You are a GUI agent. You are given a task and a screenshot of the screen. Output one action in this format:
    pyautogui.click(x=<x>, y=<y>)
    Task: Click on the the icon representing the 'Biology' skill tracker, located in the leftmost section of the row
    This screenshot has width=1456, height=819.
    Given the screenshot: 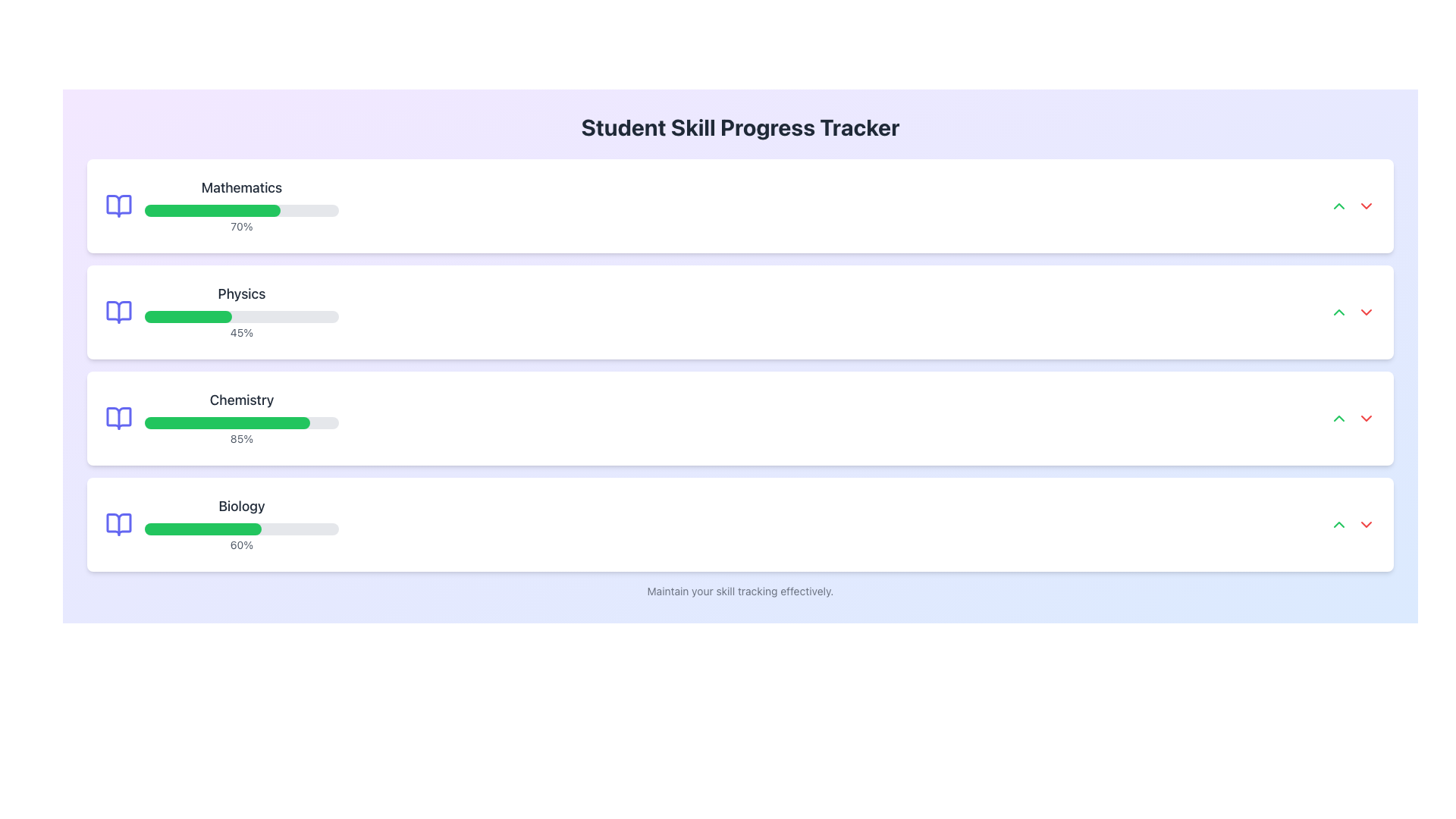 What is the action you would take?
    pyautogui.click(x=118, y=523)
    